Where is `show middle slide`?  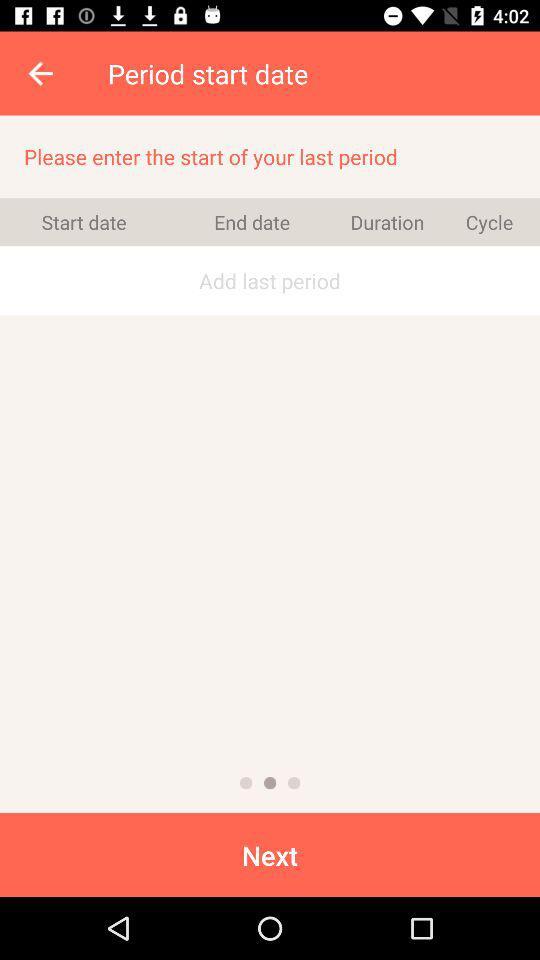
show middle slide is located at coordinates (270, 783).